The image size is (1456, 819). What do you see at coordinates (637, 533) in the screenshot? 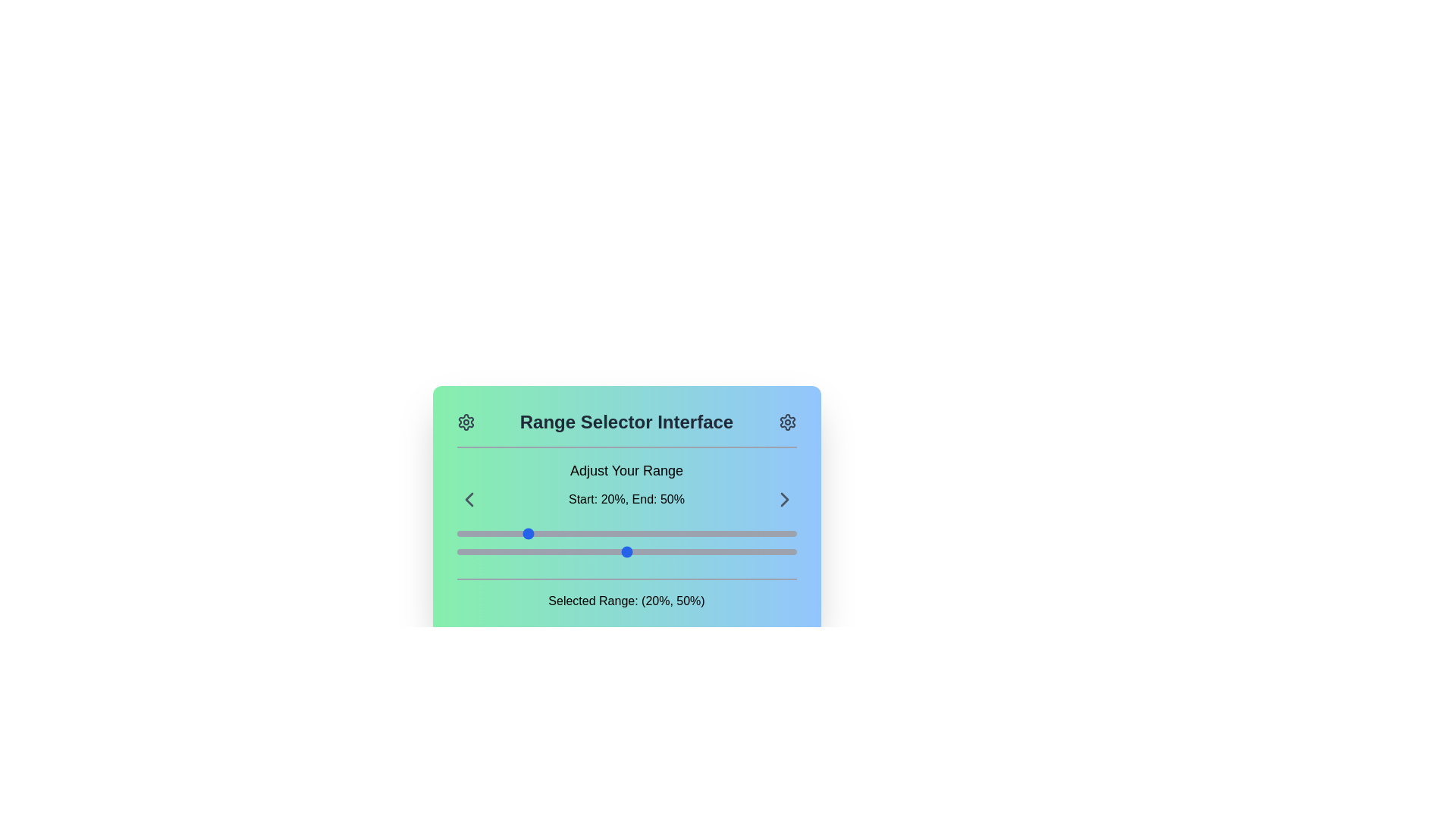
I see `the slider` at bounding box center [637, 533].